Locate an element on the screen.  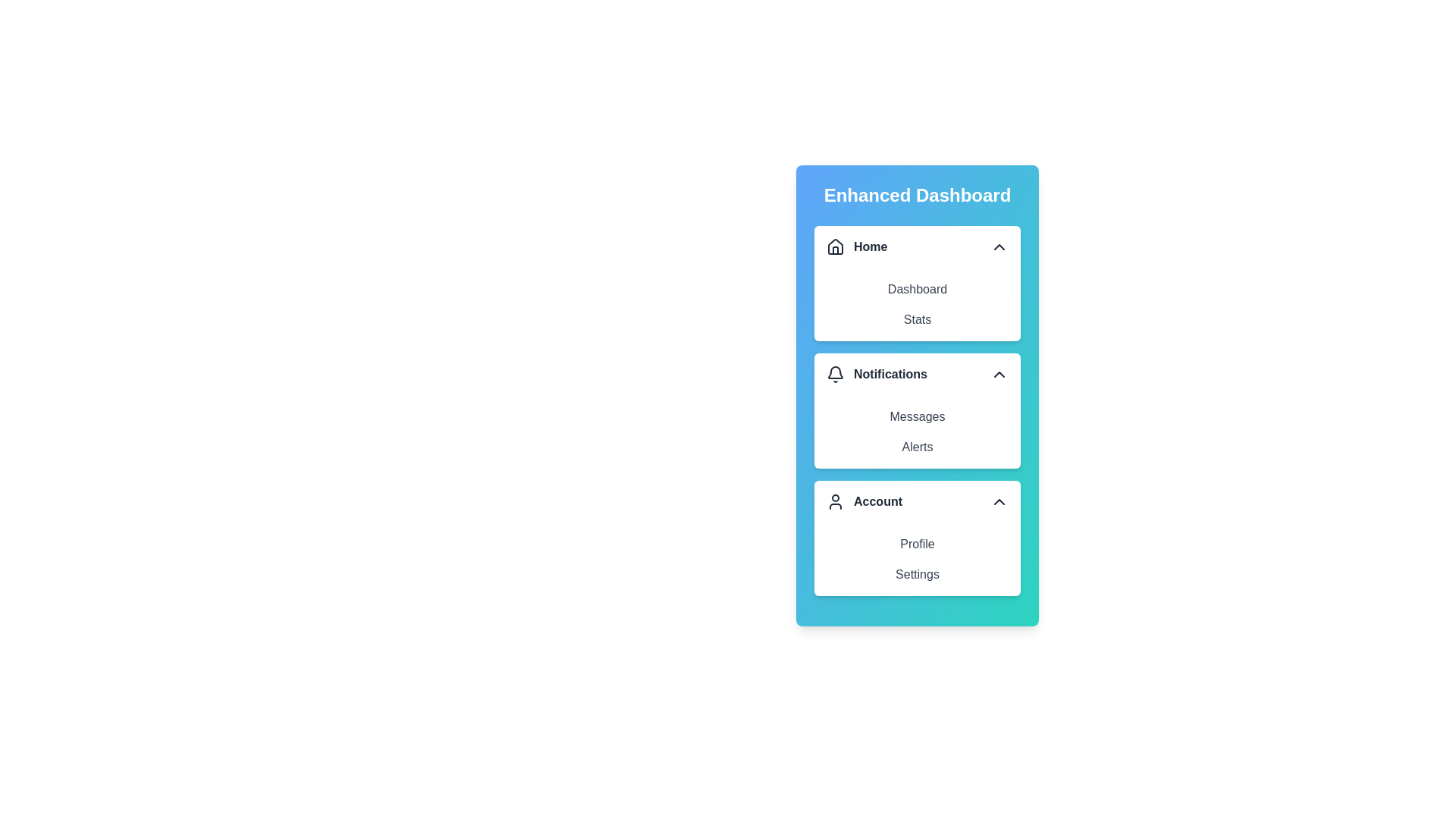
the menu item Dashboard from the expanded section is located at coordinates (916, 289).